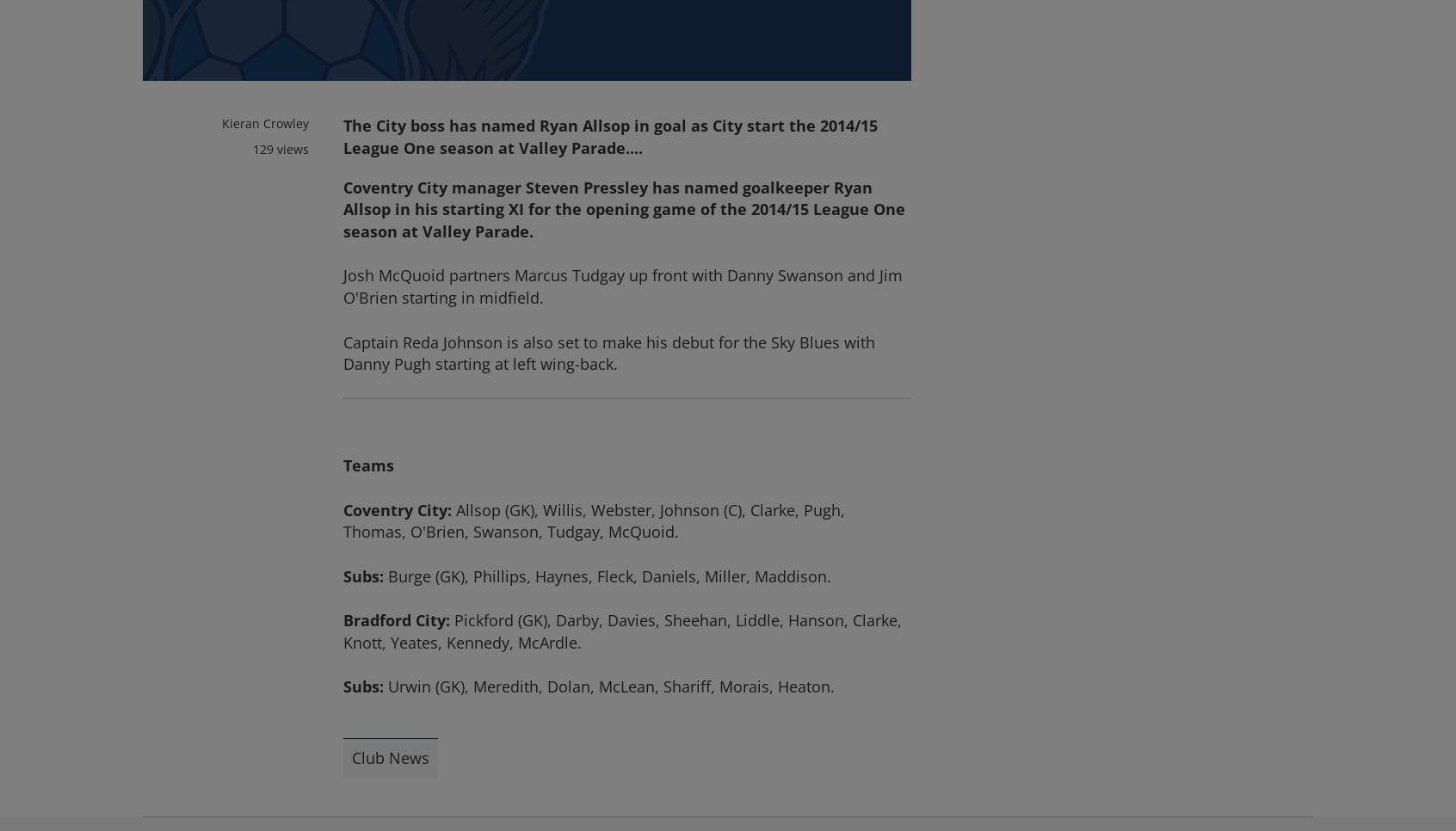 The height and width of the screenshot is (831, 1456). I want to click on 'Burge (GK), Phillips, Haynes, Fleck, Daniels, Miller, Maddison.', so click(607, 575).